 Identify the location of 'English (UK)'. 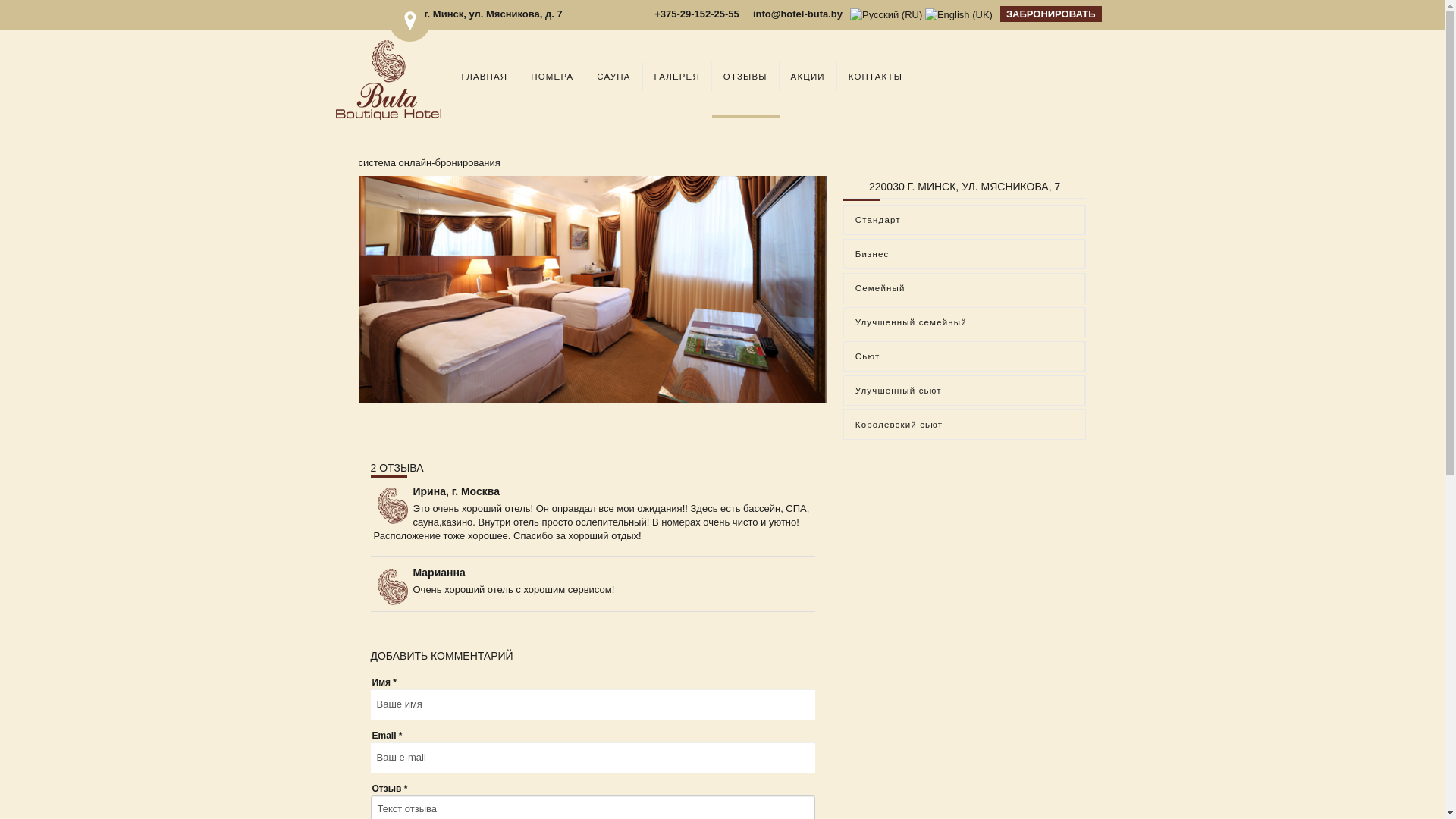
(958, 14).